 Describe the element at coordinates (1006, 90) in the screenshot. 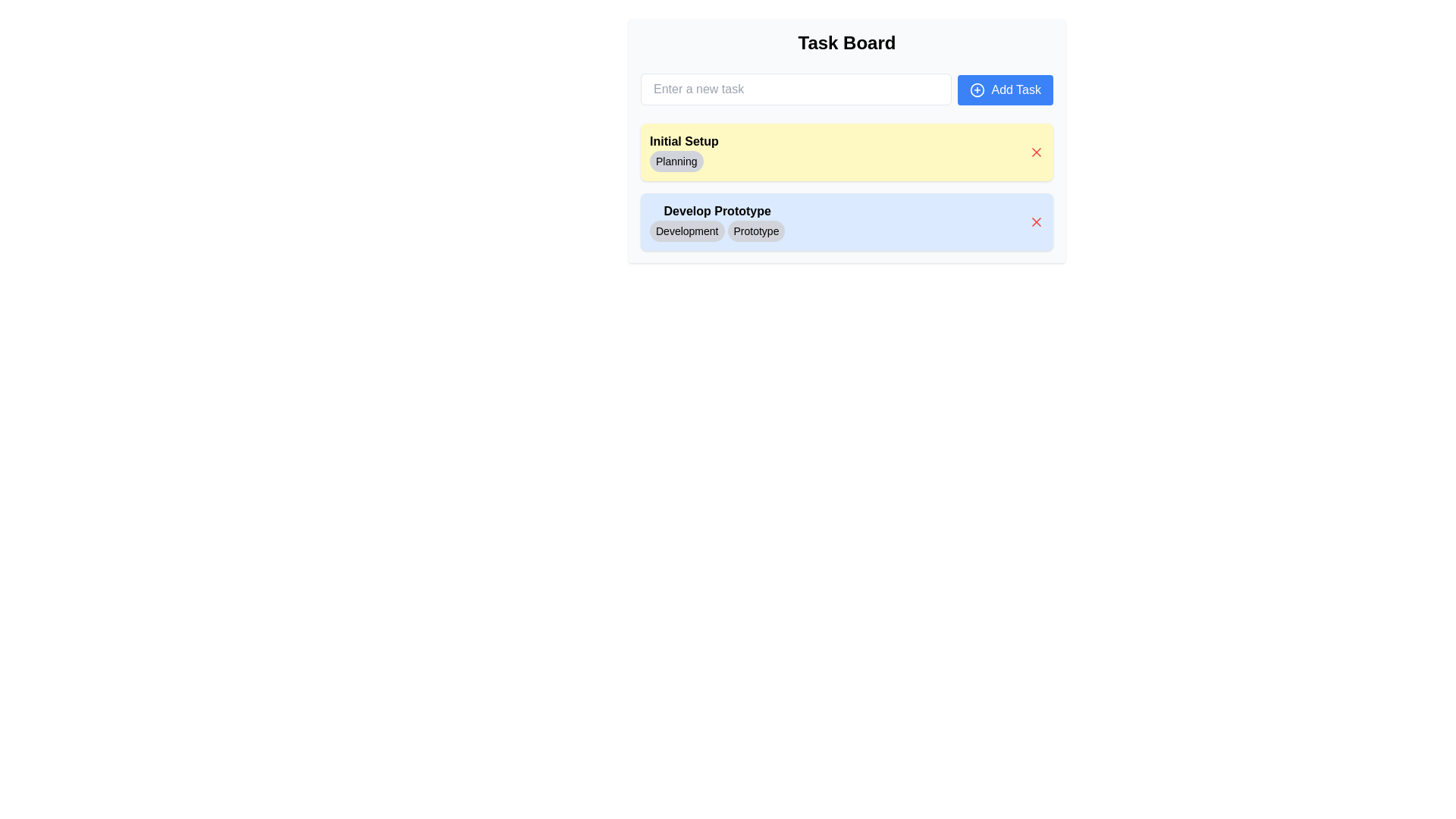

I see `the blue 'Add Task' button with rounded corners, which has a plus icon on the left, to initiate task addition` at that location.